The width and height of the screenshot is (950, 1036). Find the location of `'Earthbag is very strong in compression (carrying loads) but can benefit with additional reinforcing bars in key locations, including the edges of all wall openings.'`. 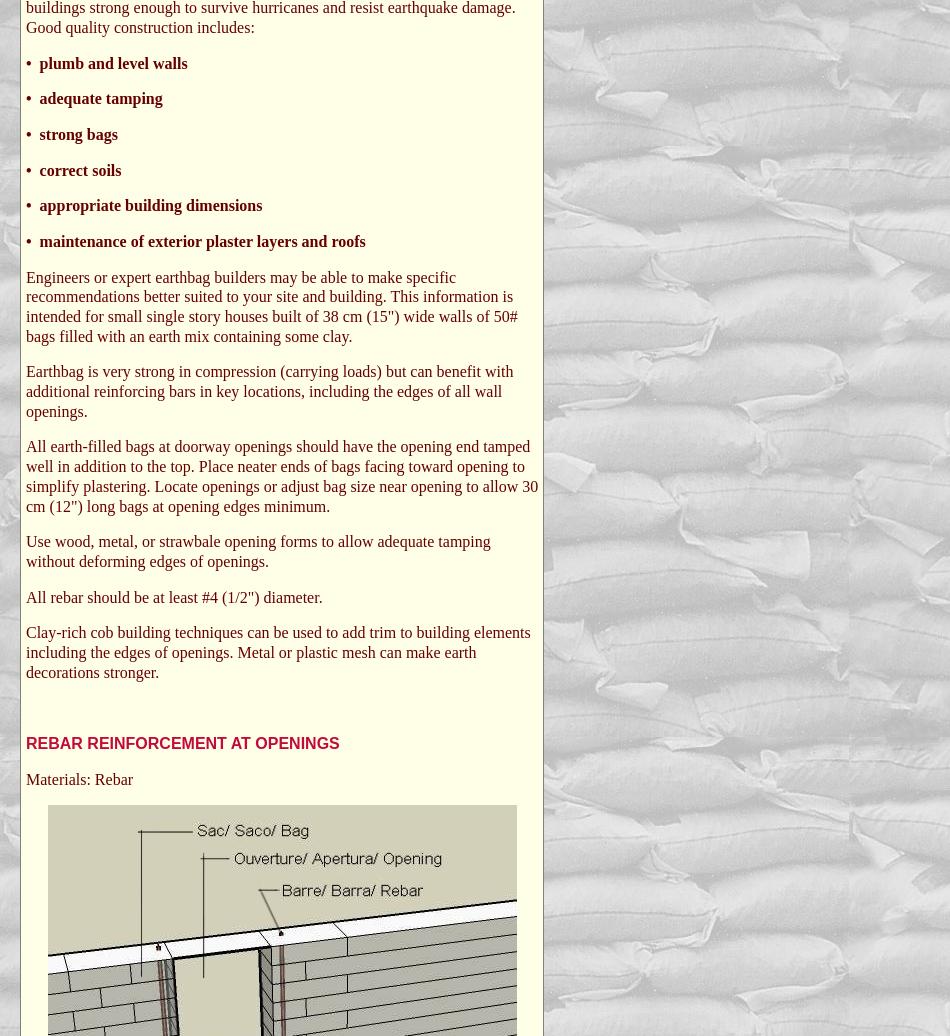

'Earthbag is very strong in compression (carrying loads) but can benefit with additional reinforcing bars in key locations, including the edges of all wall openings.' is located at coordinates (26, 390).